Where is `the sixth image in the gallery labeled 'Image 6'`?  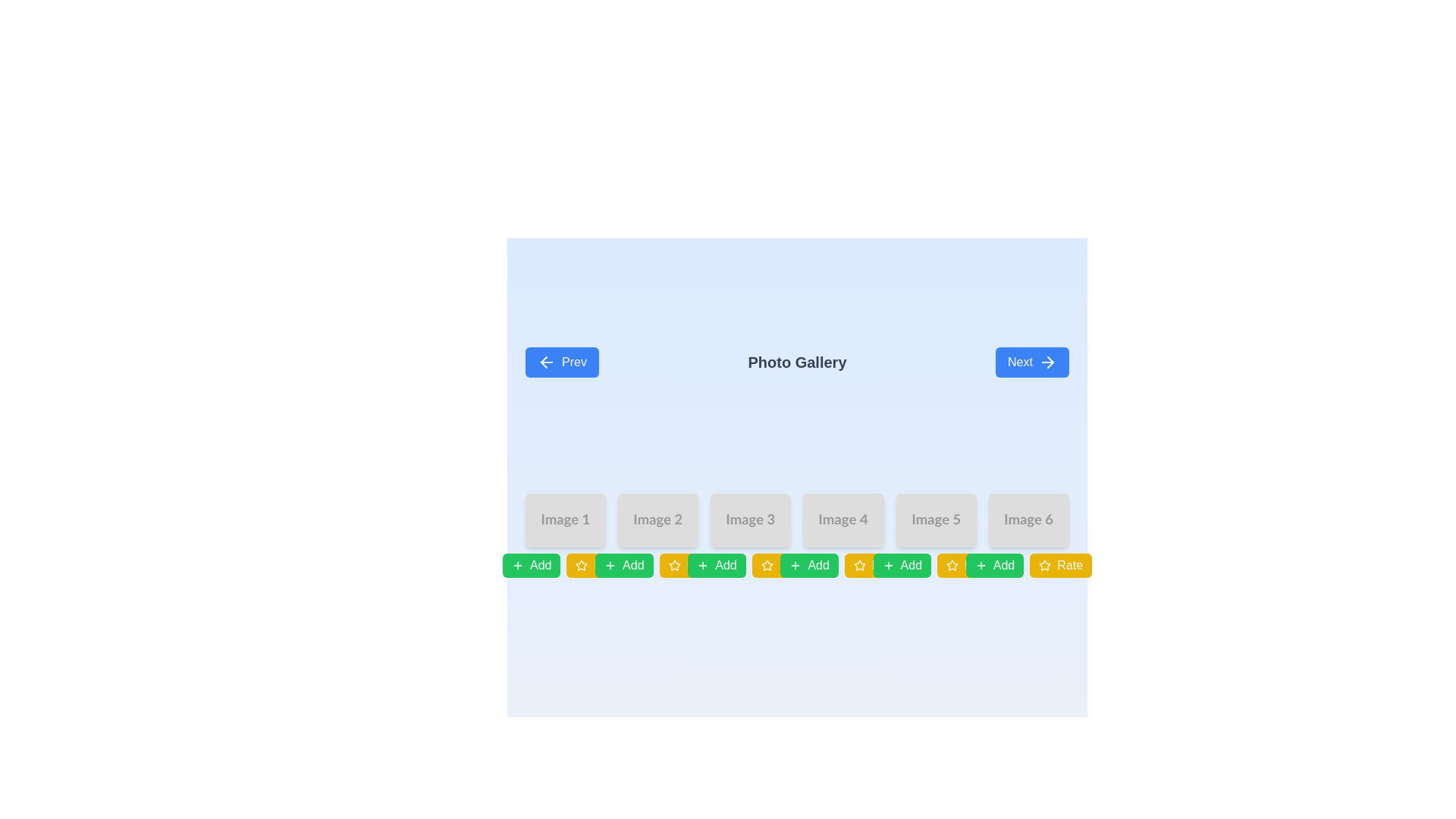 the sixth image in the gallery labeled 'Image 6' is located at coordinates (1028, 519).